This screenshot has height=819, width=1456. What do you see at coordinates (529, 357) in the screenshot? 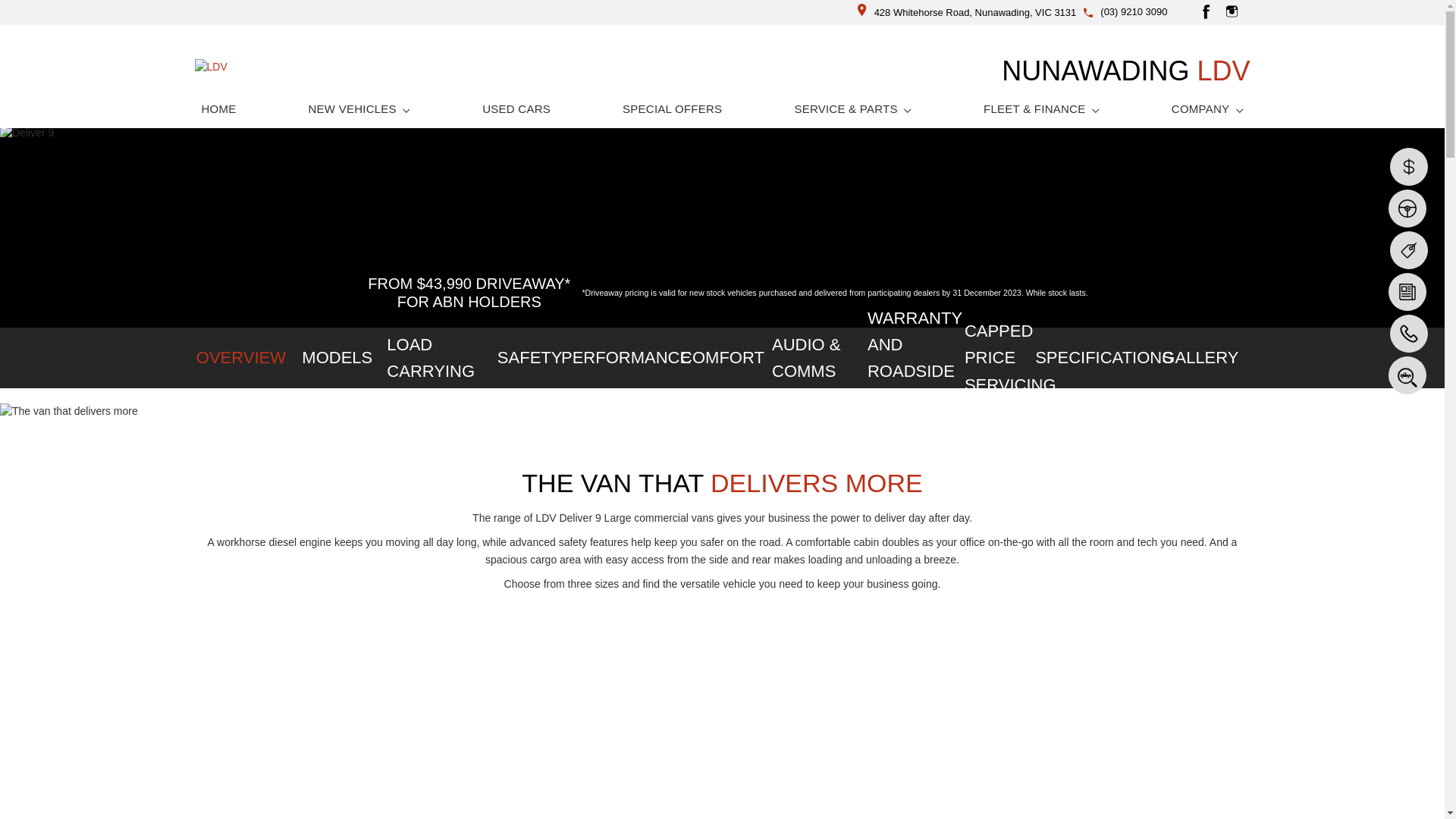
I see `'SAFETY'` at bounding box center [529, 357].